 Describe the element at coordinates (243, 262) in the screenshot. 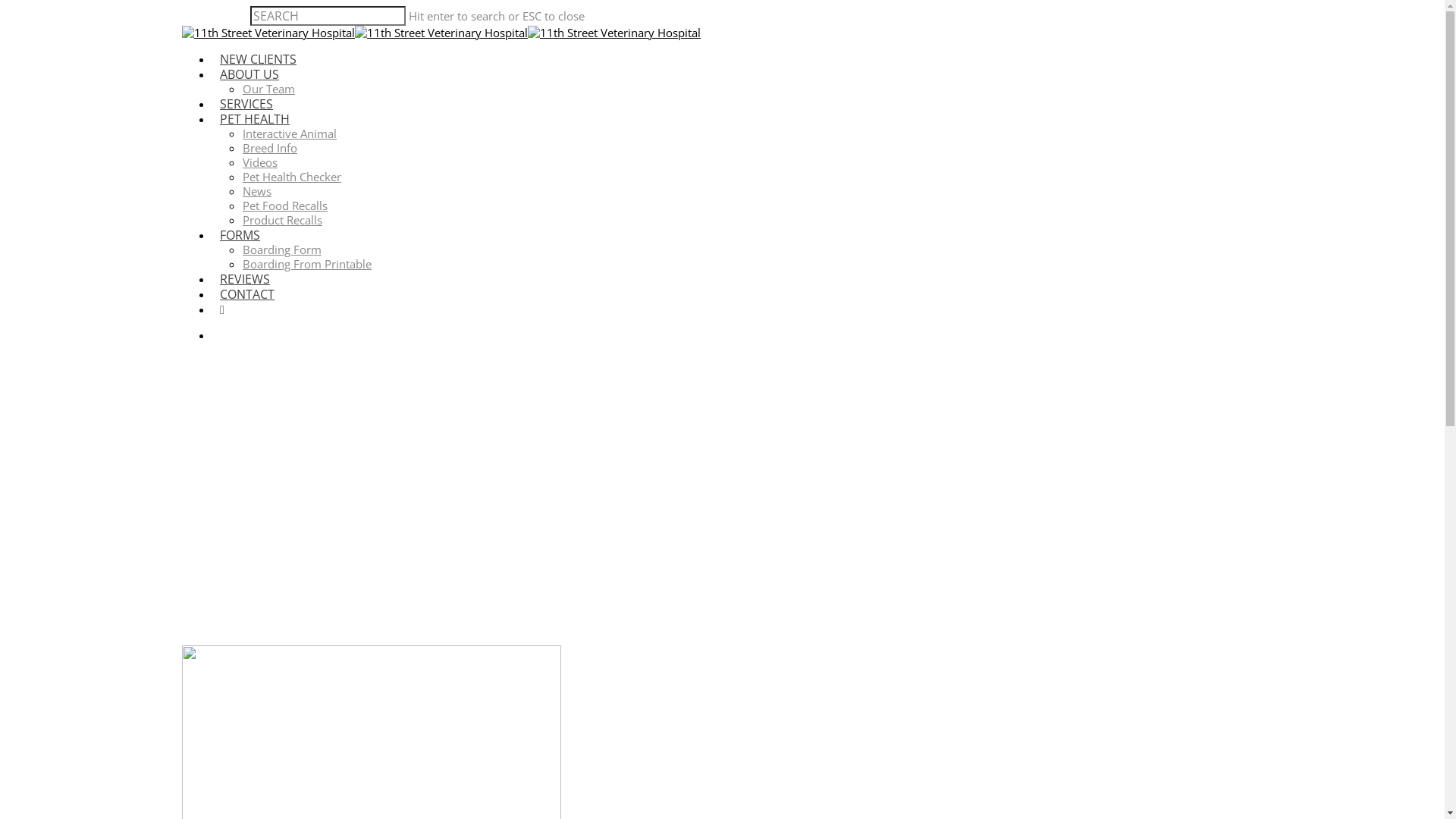

I see `'Boarding From Printable'` at that location.